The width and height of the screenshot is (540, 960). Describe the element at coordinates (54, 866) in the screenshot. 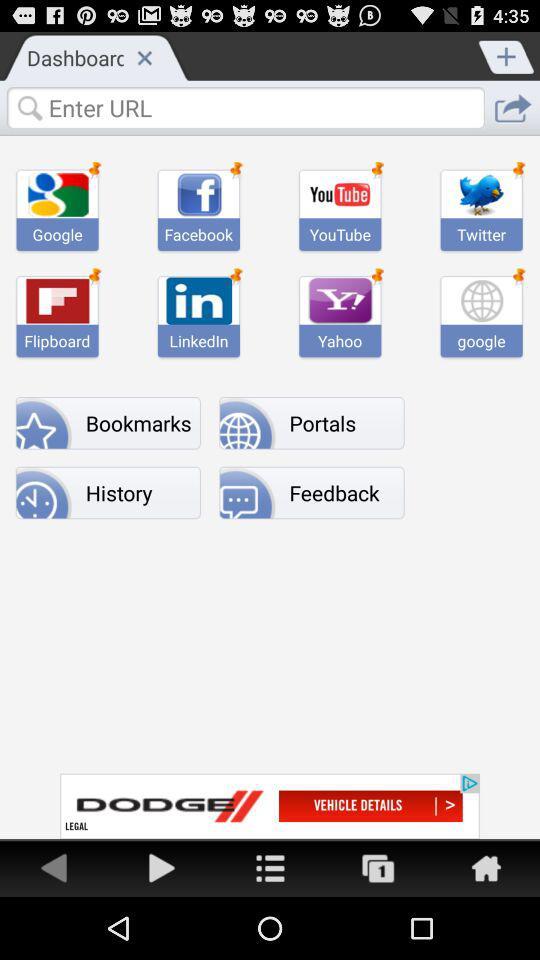

I see `previous` at that location.